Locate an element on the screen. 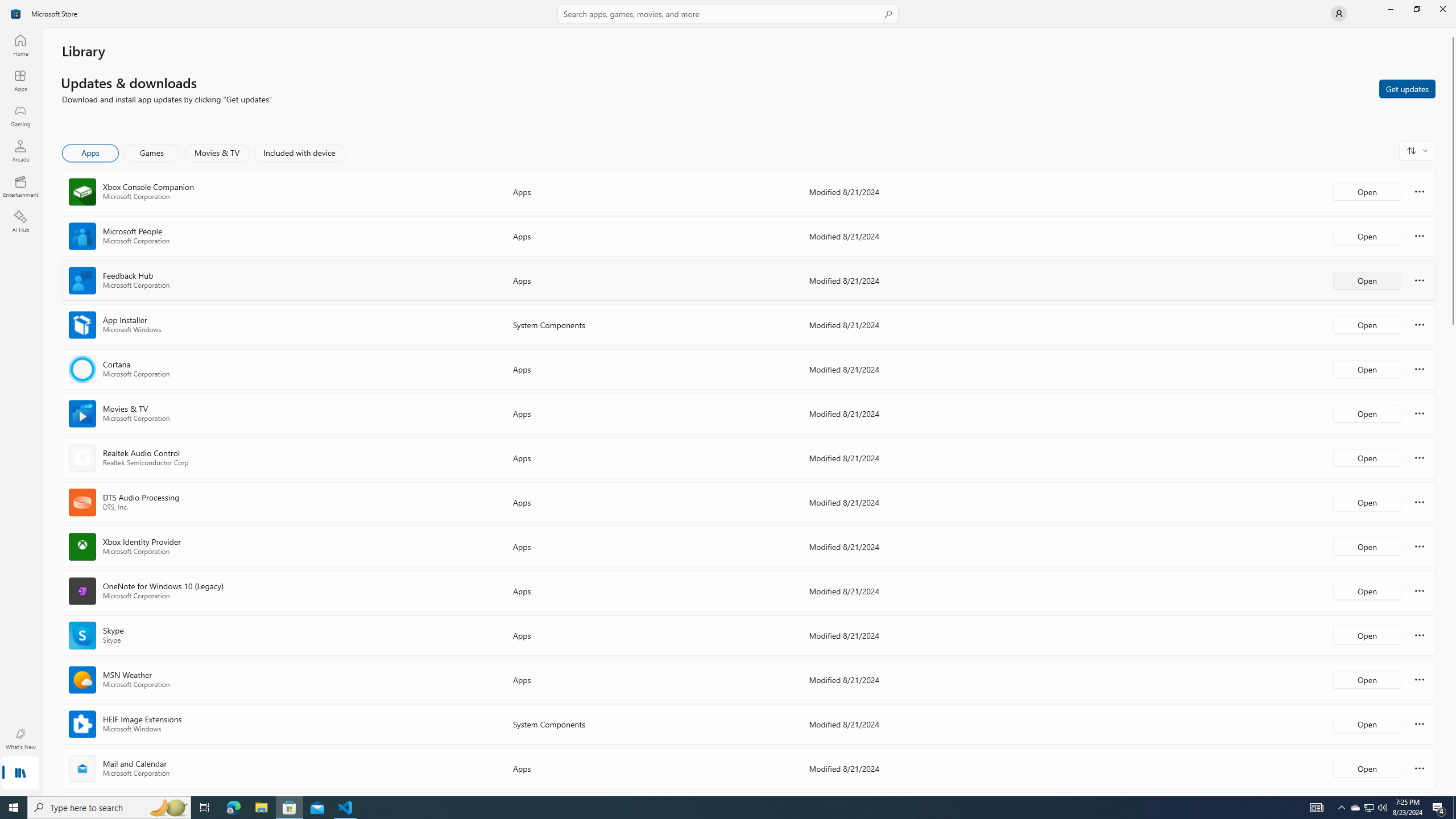  'User profile' is located at coordinates (1338, 13).